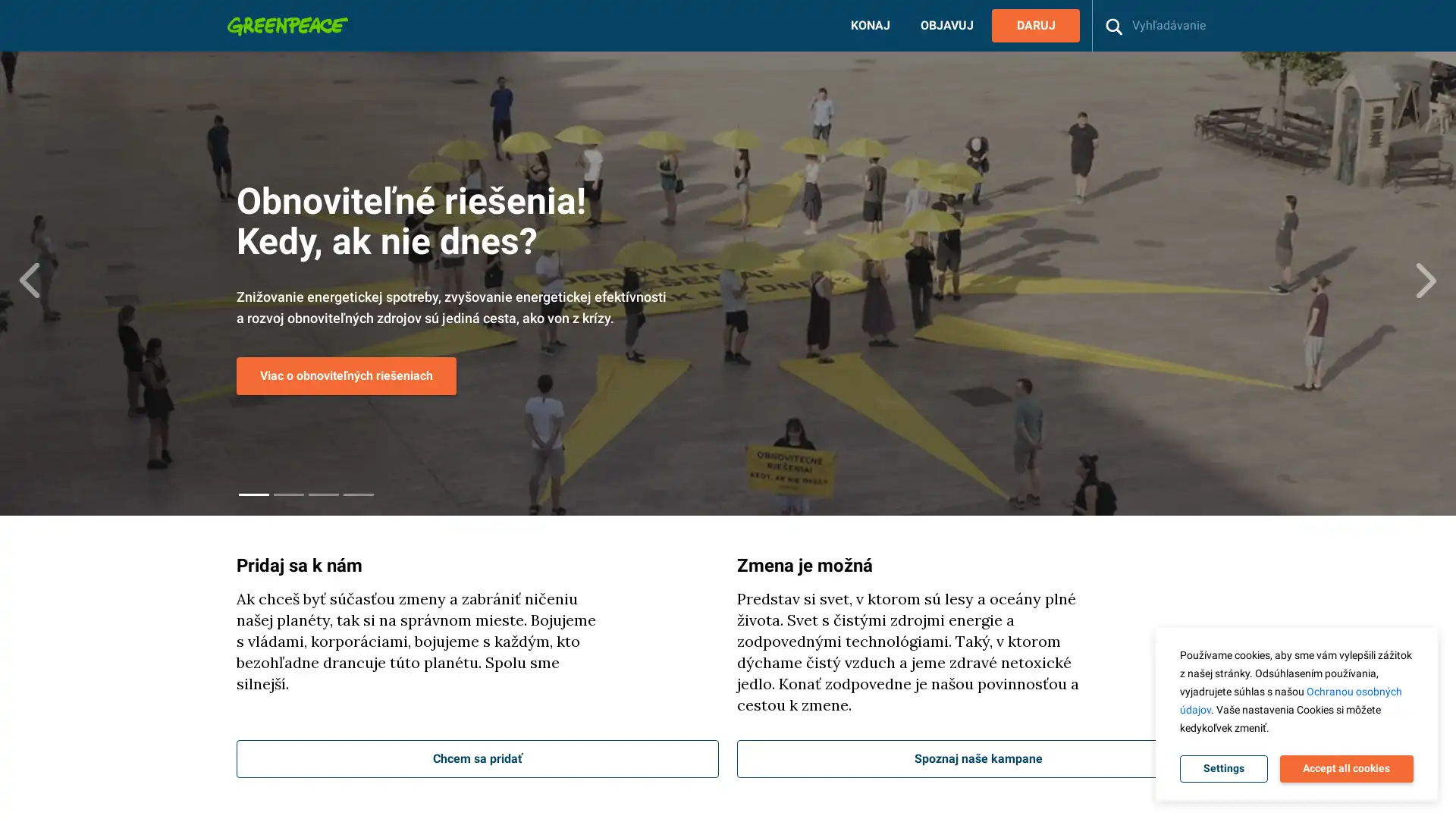 This screenshot has height=819, width=1456. I want to click on Settings, so click(1223, 769).